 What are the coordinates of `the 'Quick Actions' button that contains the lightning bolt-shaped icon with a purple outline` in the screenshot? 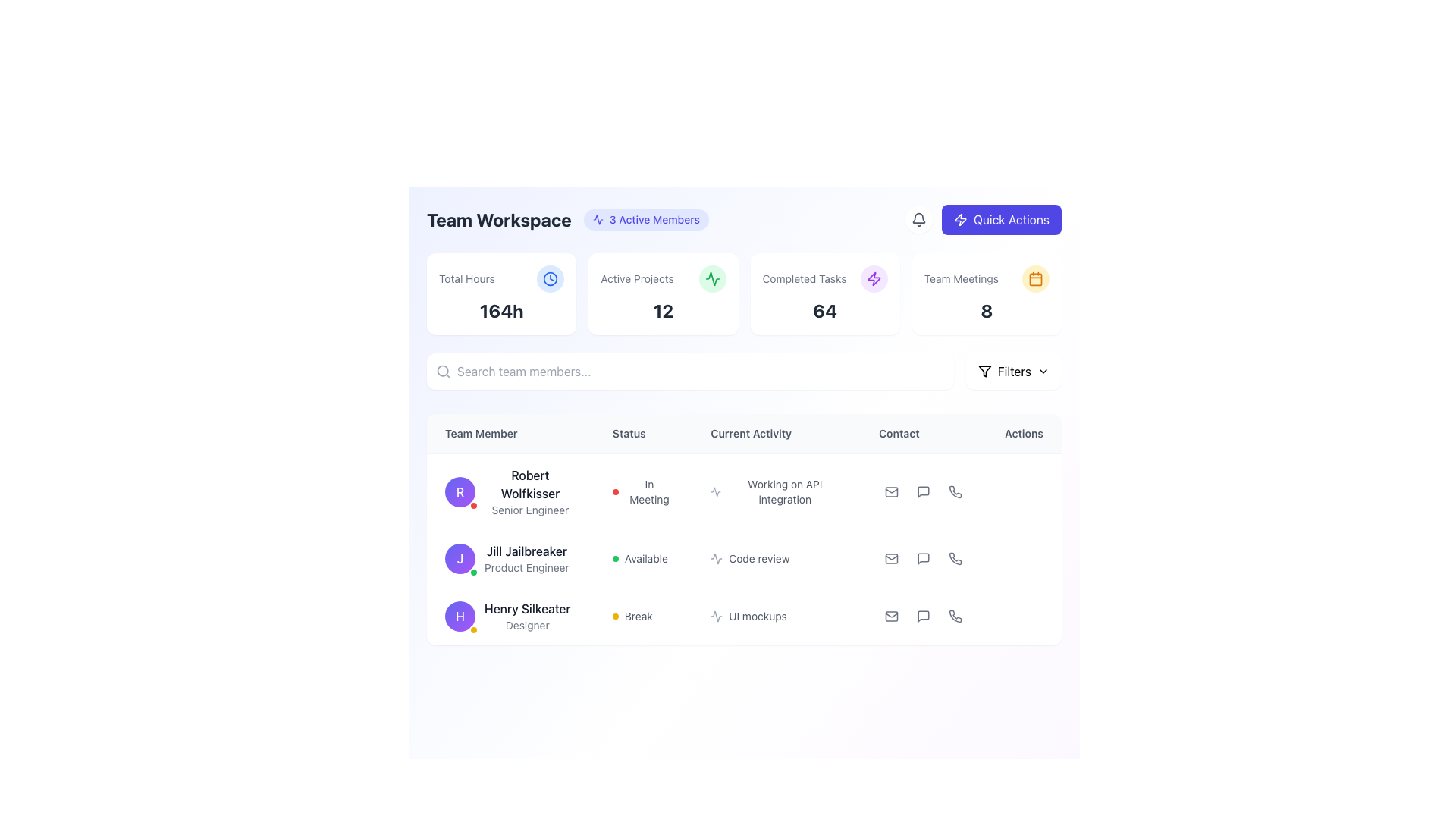 It's located at (874, 278).